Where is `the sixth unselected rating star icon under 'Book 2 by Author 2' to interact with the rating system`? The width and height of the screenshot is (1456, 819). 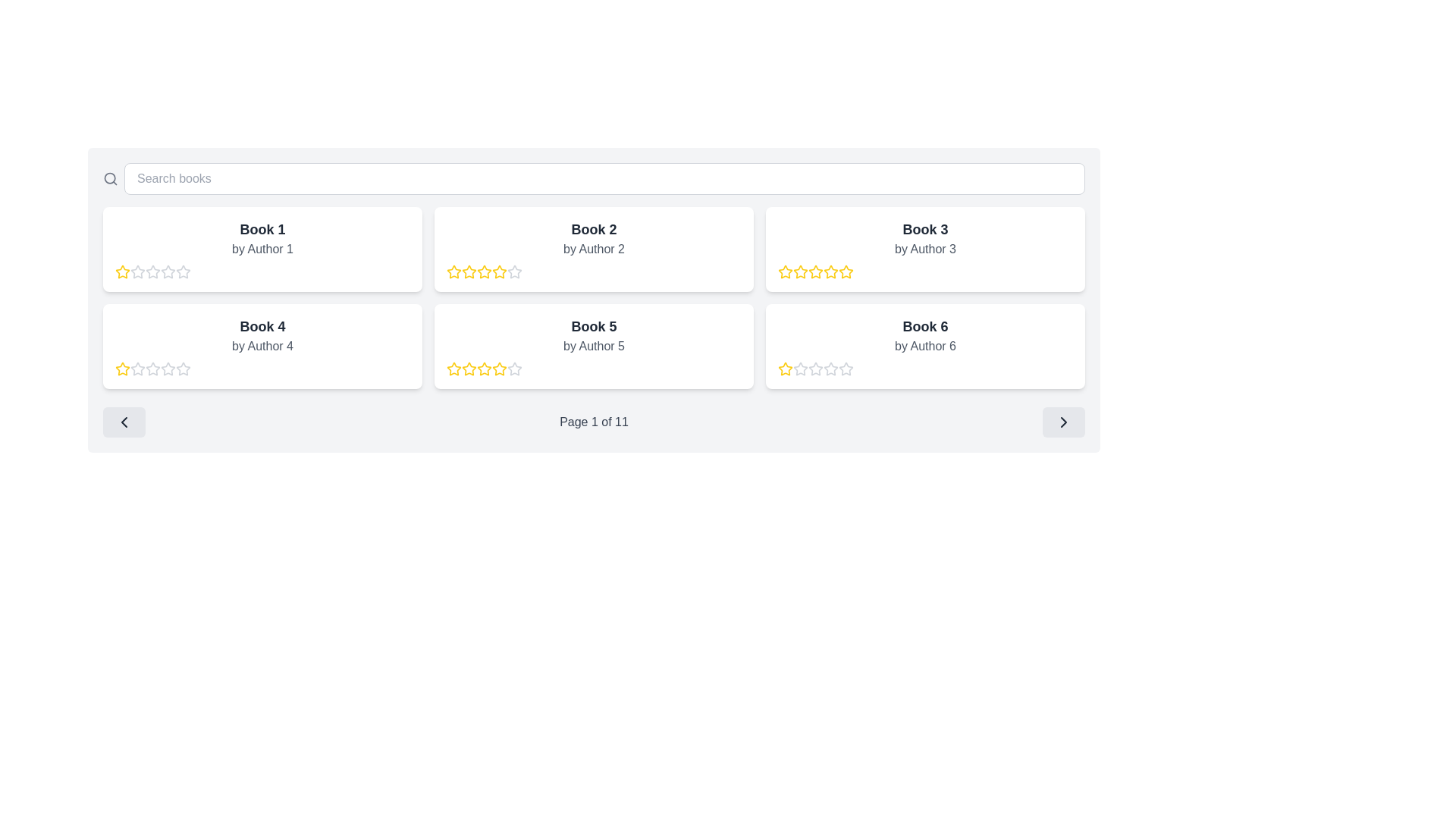
the sixth unselected rating star icon under 'Book 2 by Author 2' to interact with the rating system is located at coordinates (514, 271).